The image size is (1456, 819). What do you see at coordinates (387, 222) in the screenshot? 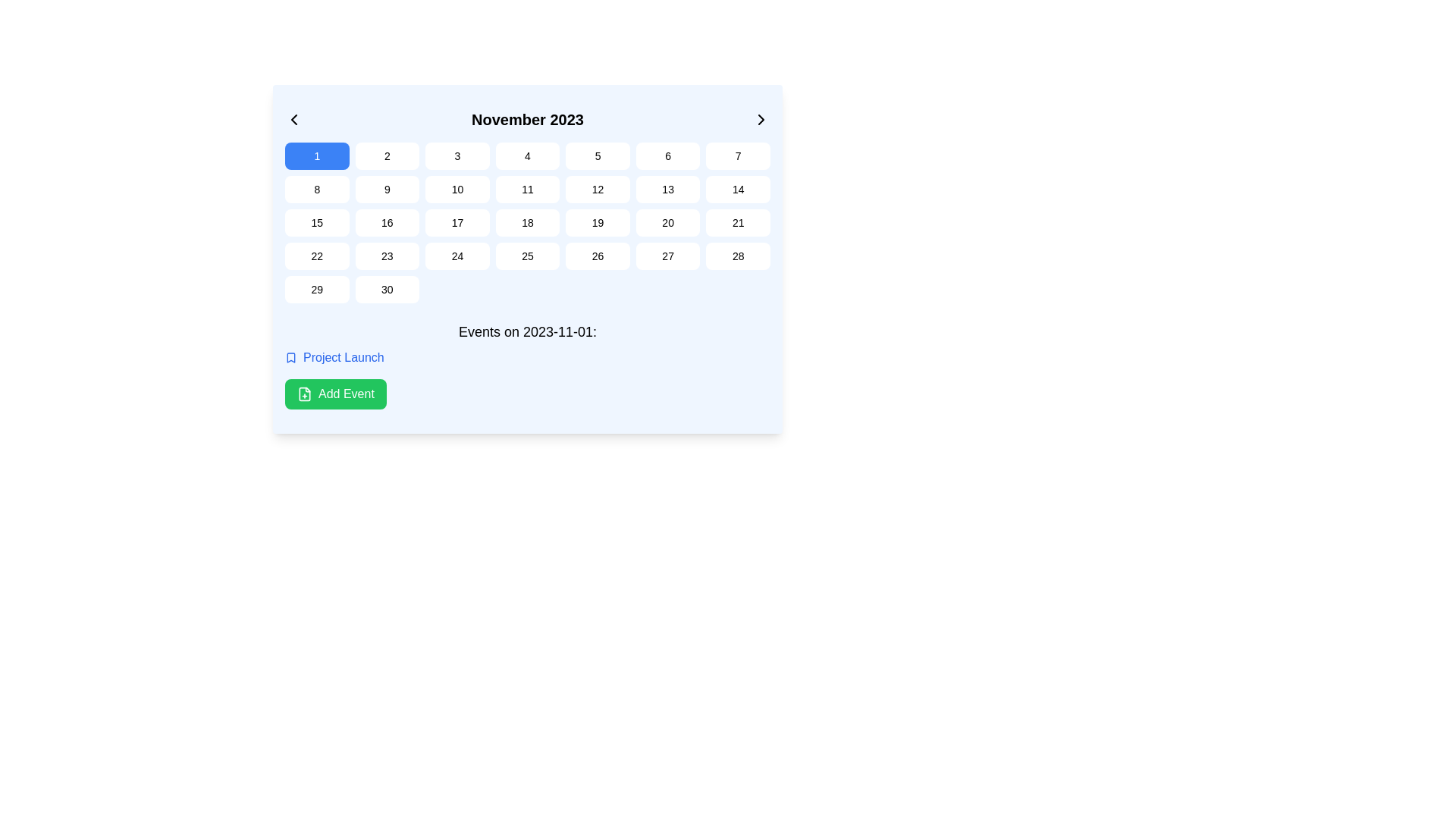
I see `the button displaying the number '16' in the November 2023 calendar` at bounding box center [387, 222].